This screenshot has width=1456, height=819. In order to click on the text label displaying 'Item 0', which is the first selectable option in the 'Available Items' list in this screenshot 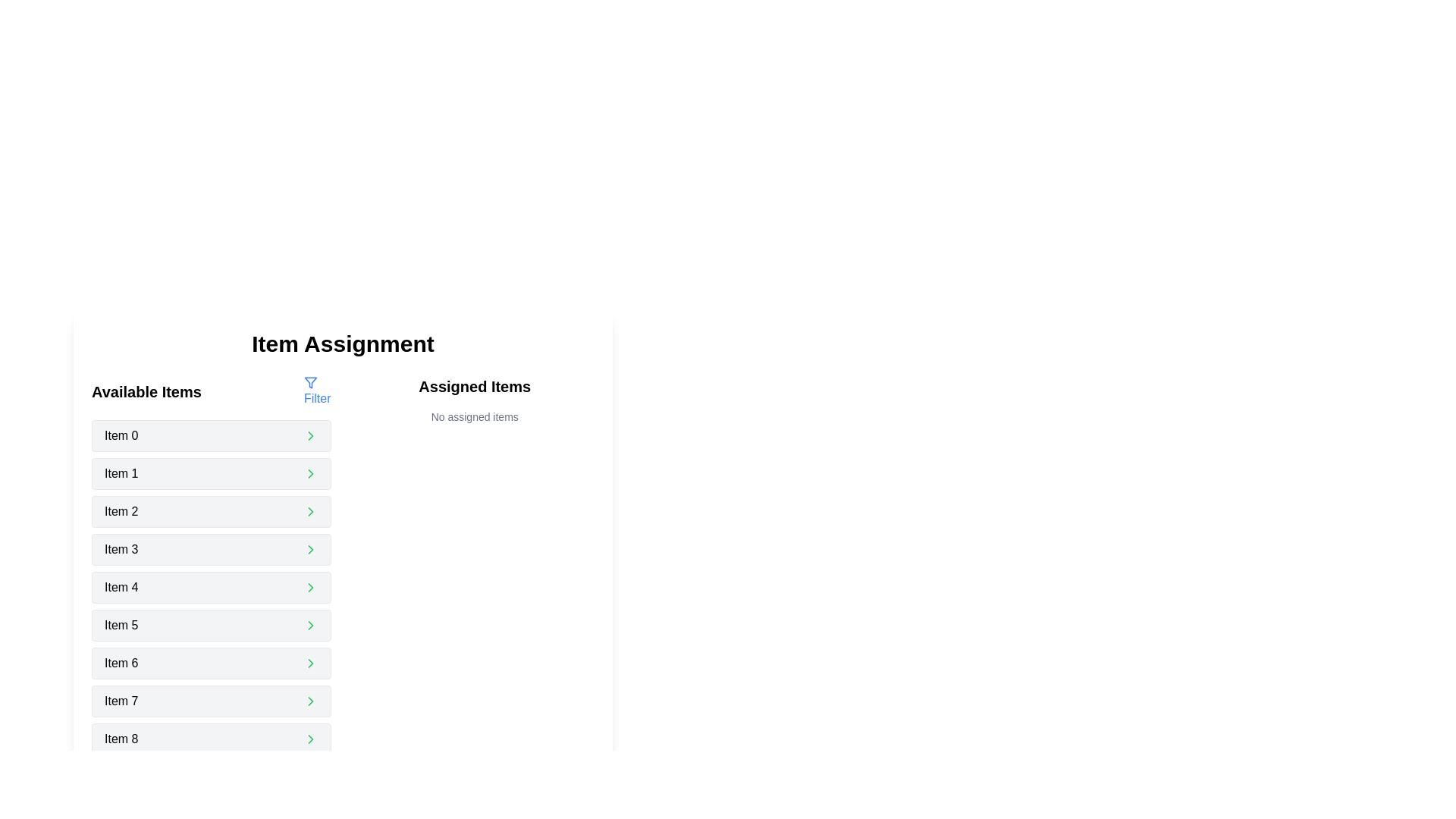, I will do `click(121, 435)`.